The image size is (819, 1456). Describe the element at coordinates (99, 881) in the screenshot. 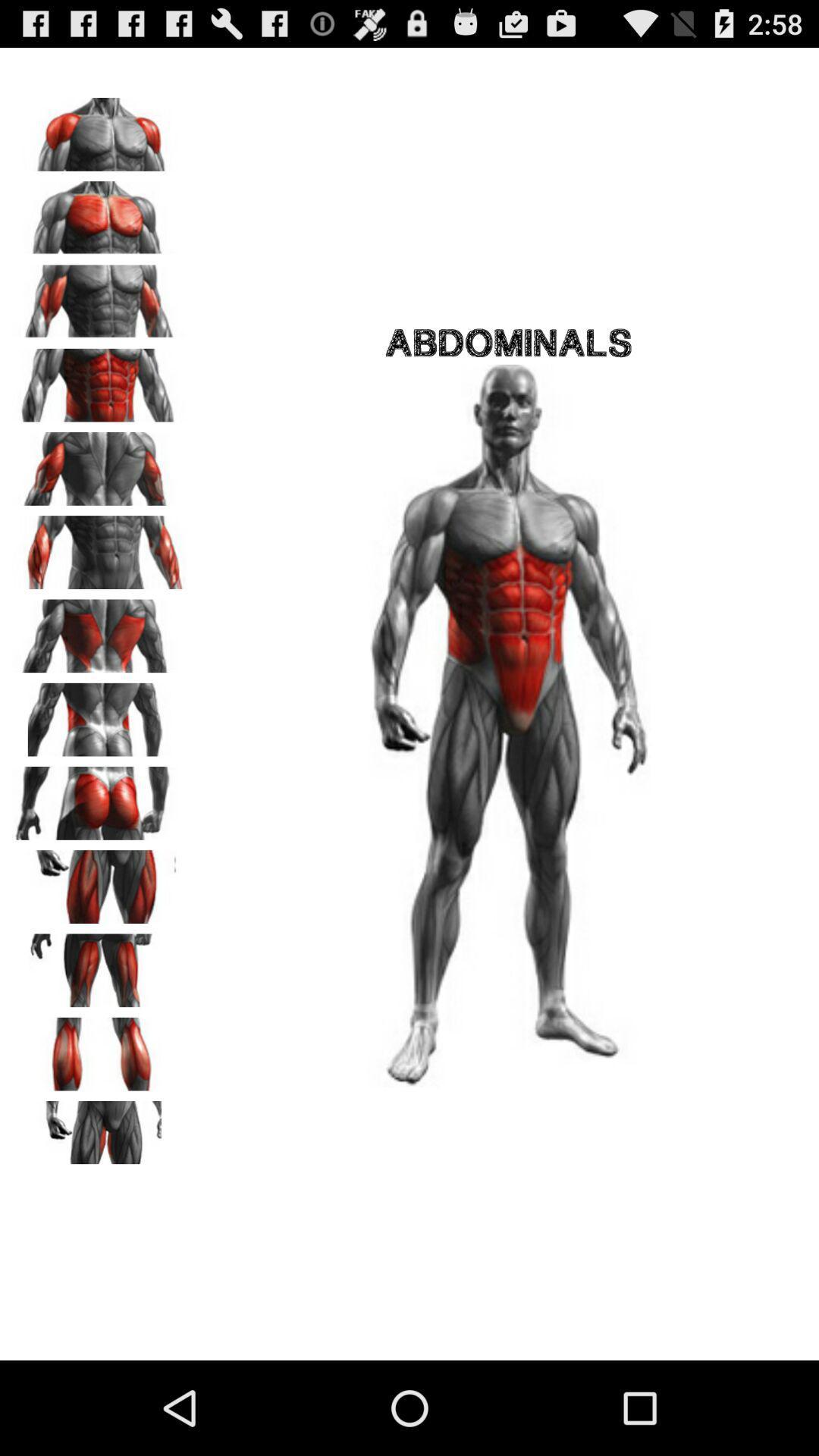

I see `thigh muscle` at that location.